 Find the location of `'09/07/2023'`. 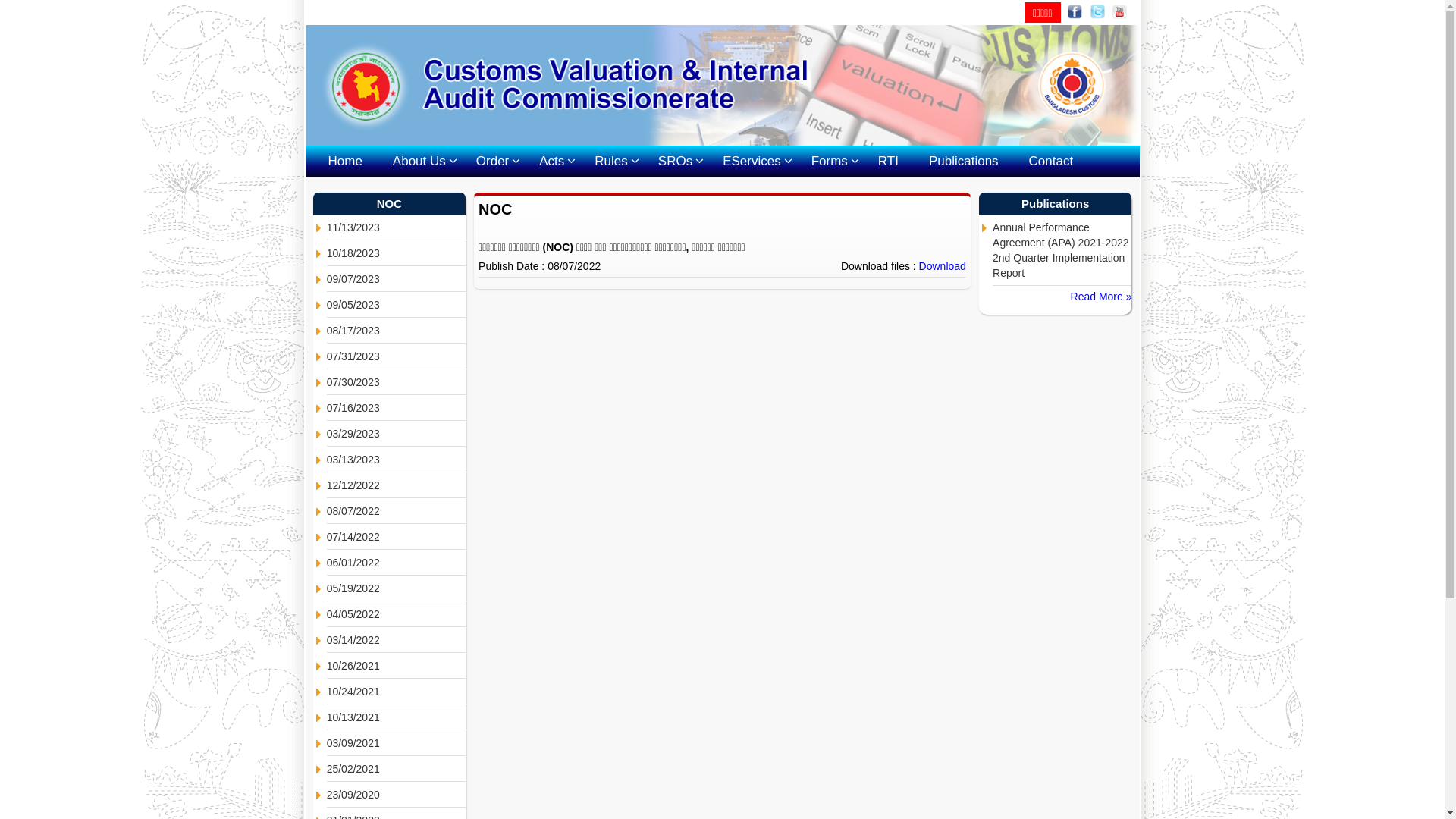

'09/07/2023' is located at coordinates (396, 279).